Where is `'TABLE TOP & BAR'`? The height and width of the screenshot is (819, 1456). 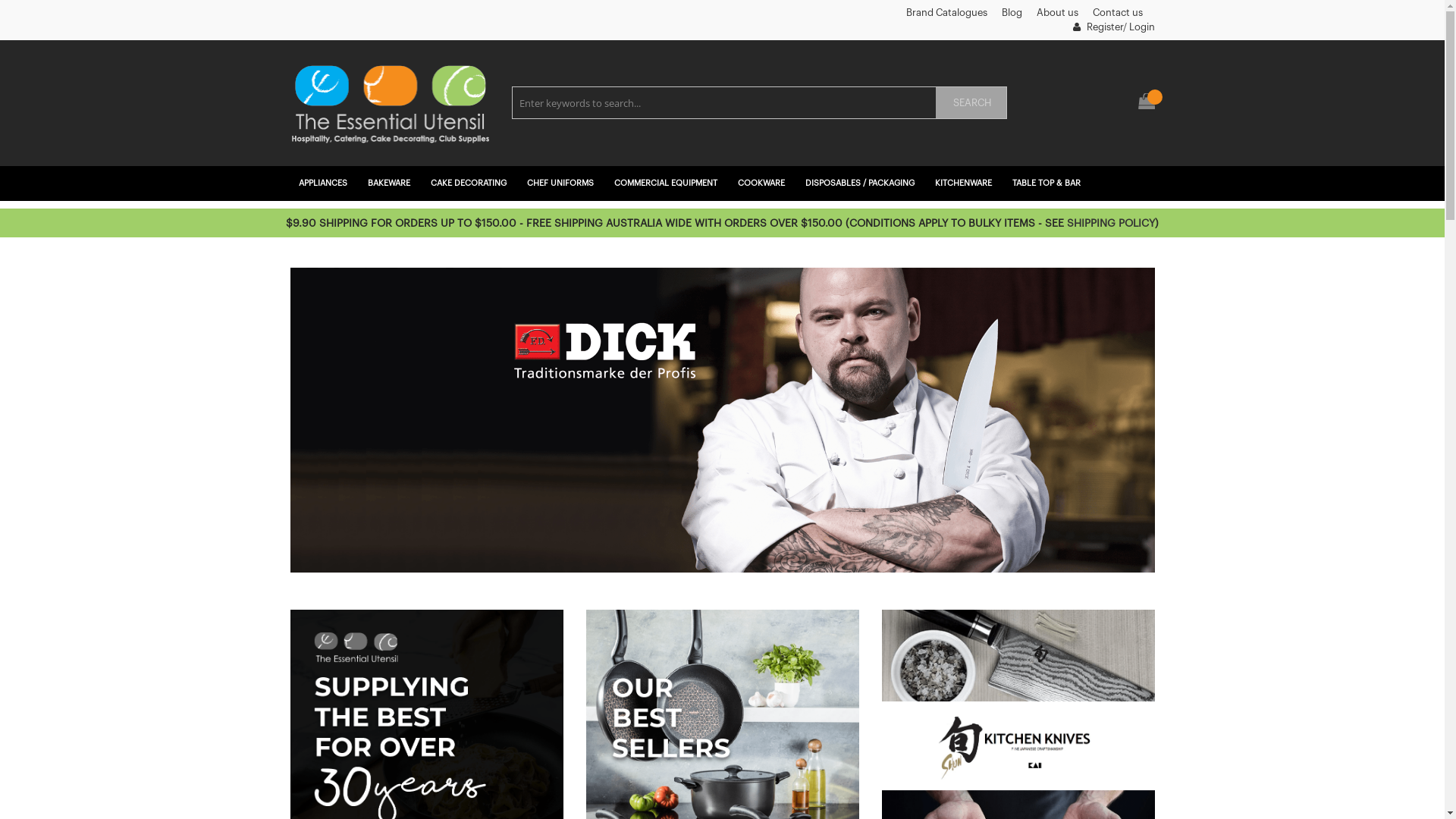
'TABLE TOP & BAR' is located at coordinates (1047, 183).